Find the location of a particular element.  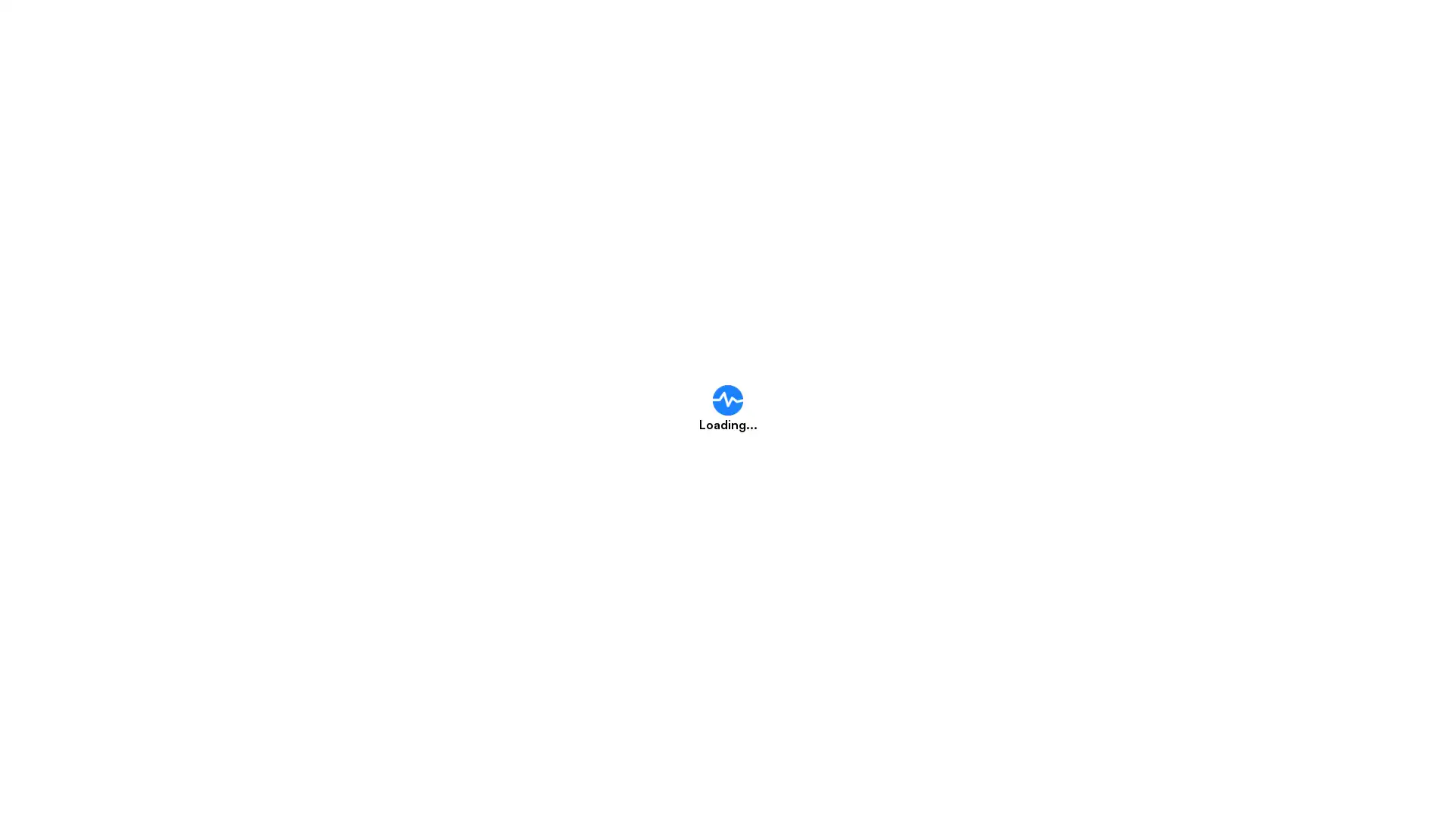

For Business is located at coordinates (1032, 30).